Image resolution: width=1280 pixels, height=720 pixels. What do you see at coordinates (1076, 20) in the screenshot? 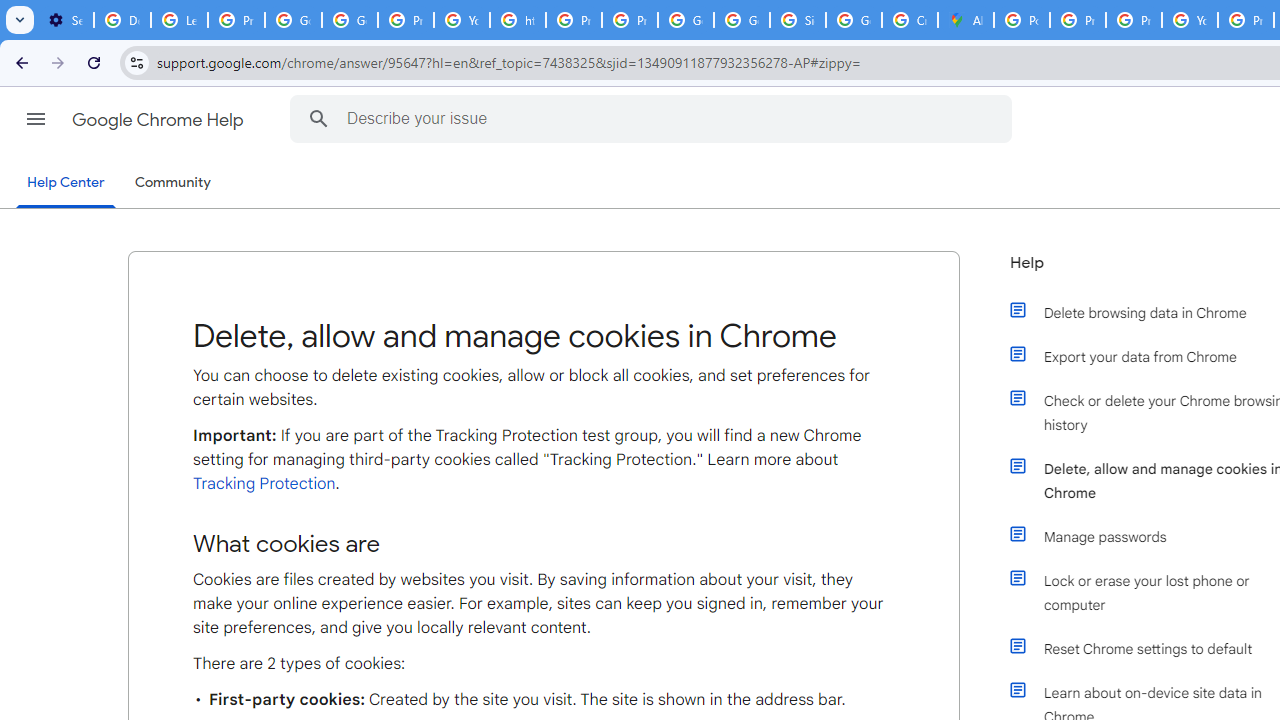
I see `'Privacy Help Center - Policies Help'` at bounding box center [1076, 20].